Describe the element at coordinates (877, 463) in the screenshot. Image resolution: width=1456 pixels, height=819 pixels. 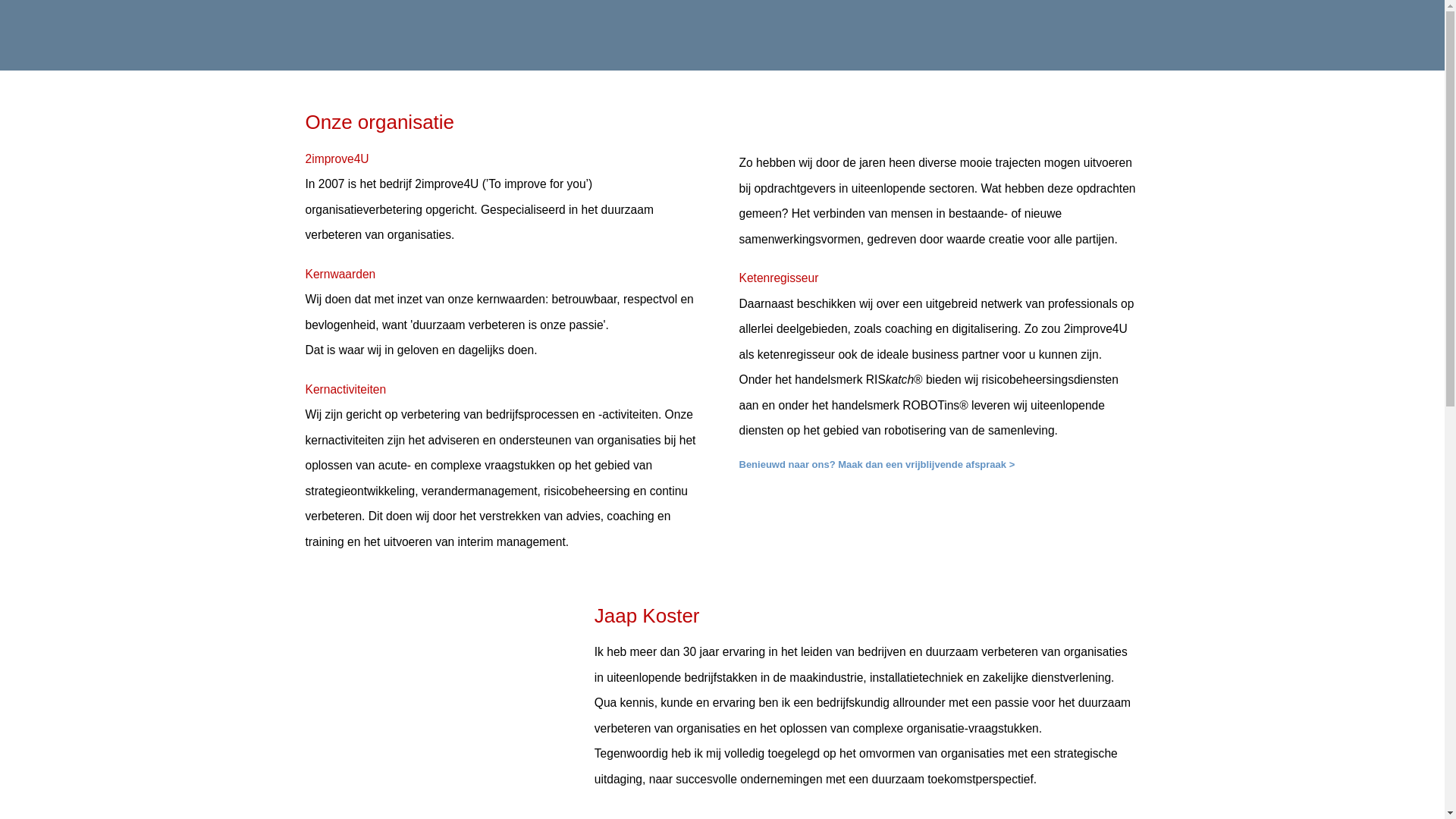
I see `'Benieuwd naar ons? Maak dan een vrijblijvende afspraak >'` at that location.